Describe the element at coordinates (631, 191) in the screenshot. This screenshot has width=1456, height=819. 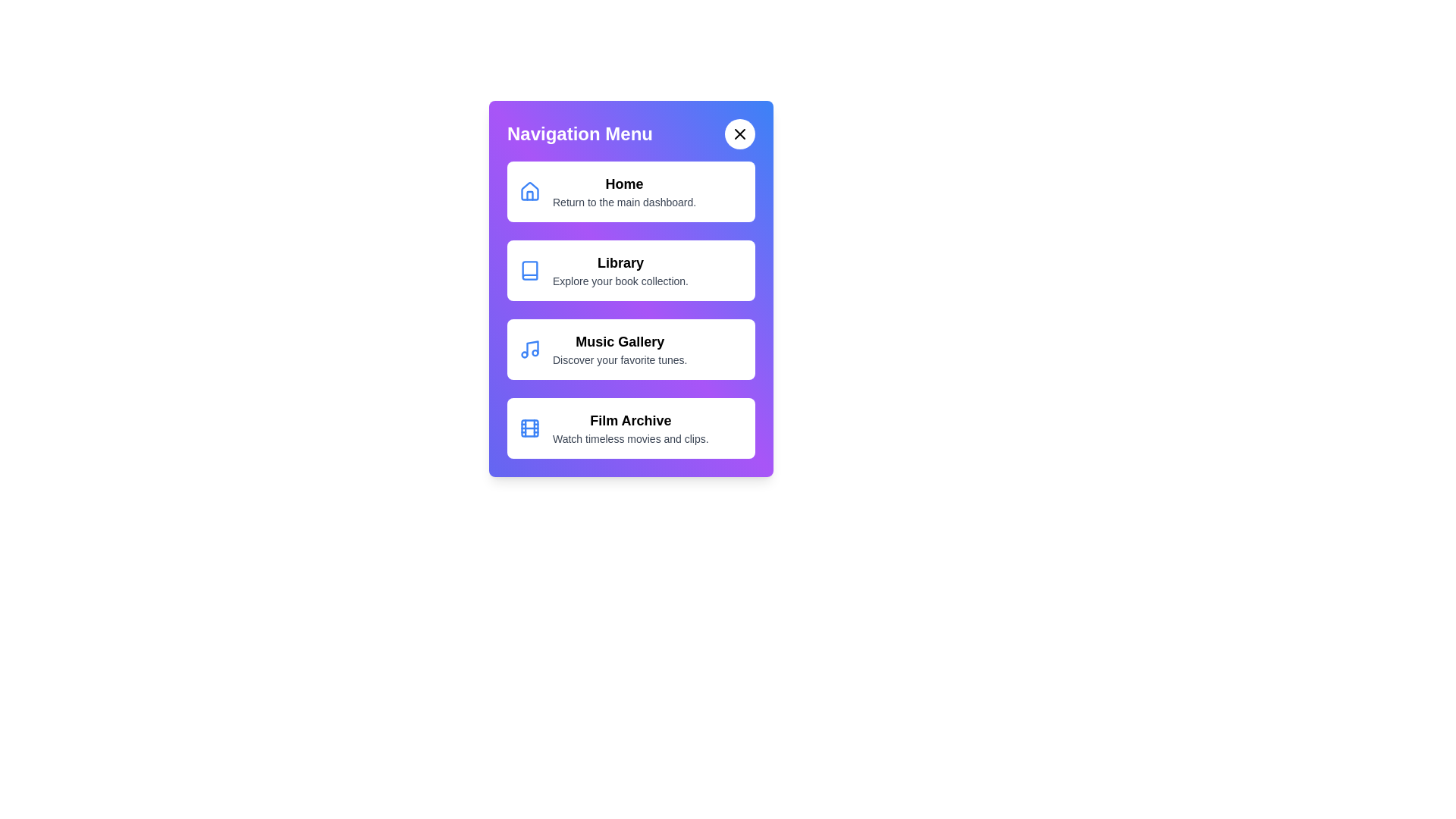
I see `the navigation menu item Home` at that location.